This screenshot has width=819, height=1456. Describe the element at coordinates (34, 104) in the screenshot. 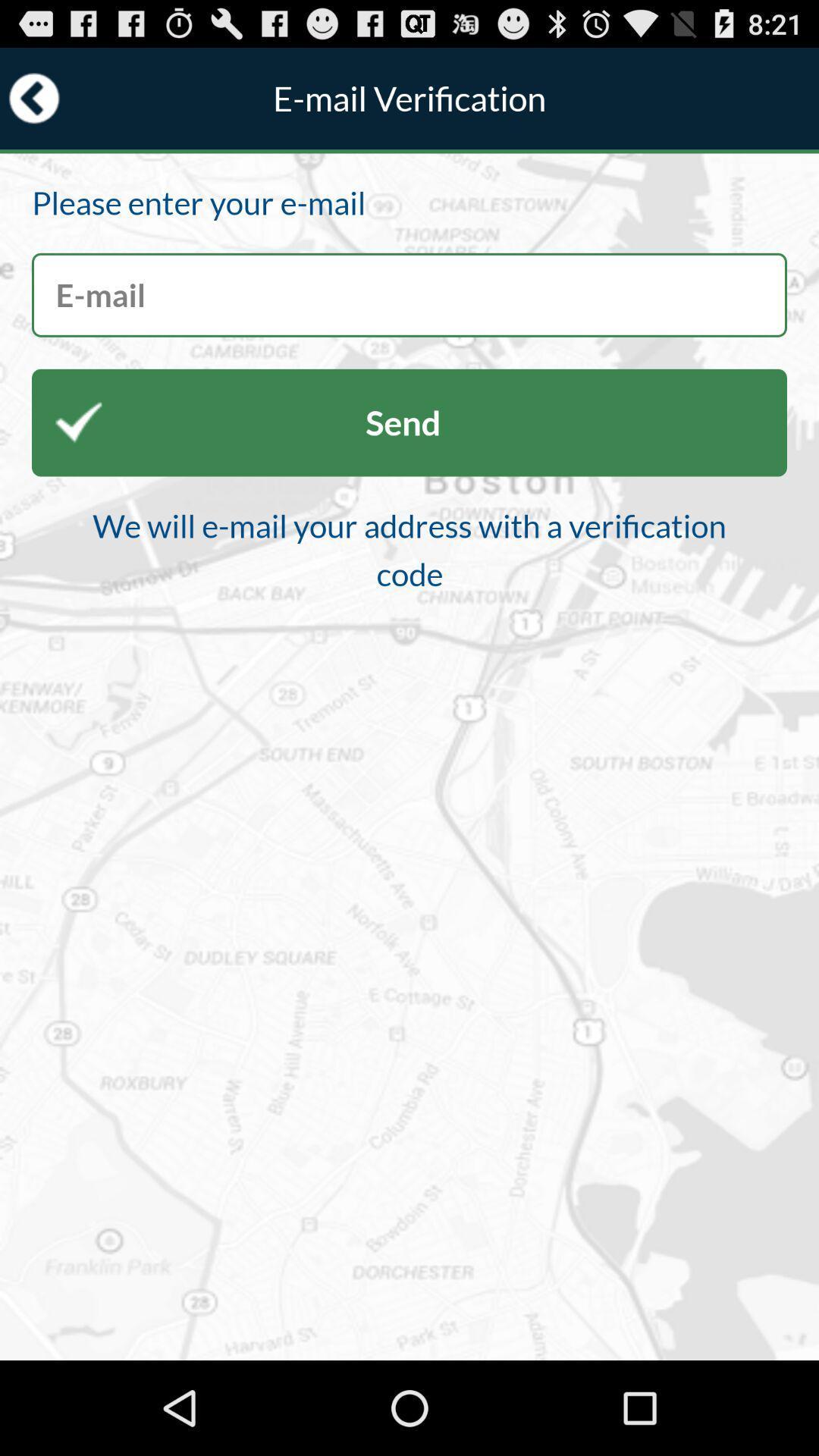

I see `the arrow_backward icon` at that location.